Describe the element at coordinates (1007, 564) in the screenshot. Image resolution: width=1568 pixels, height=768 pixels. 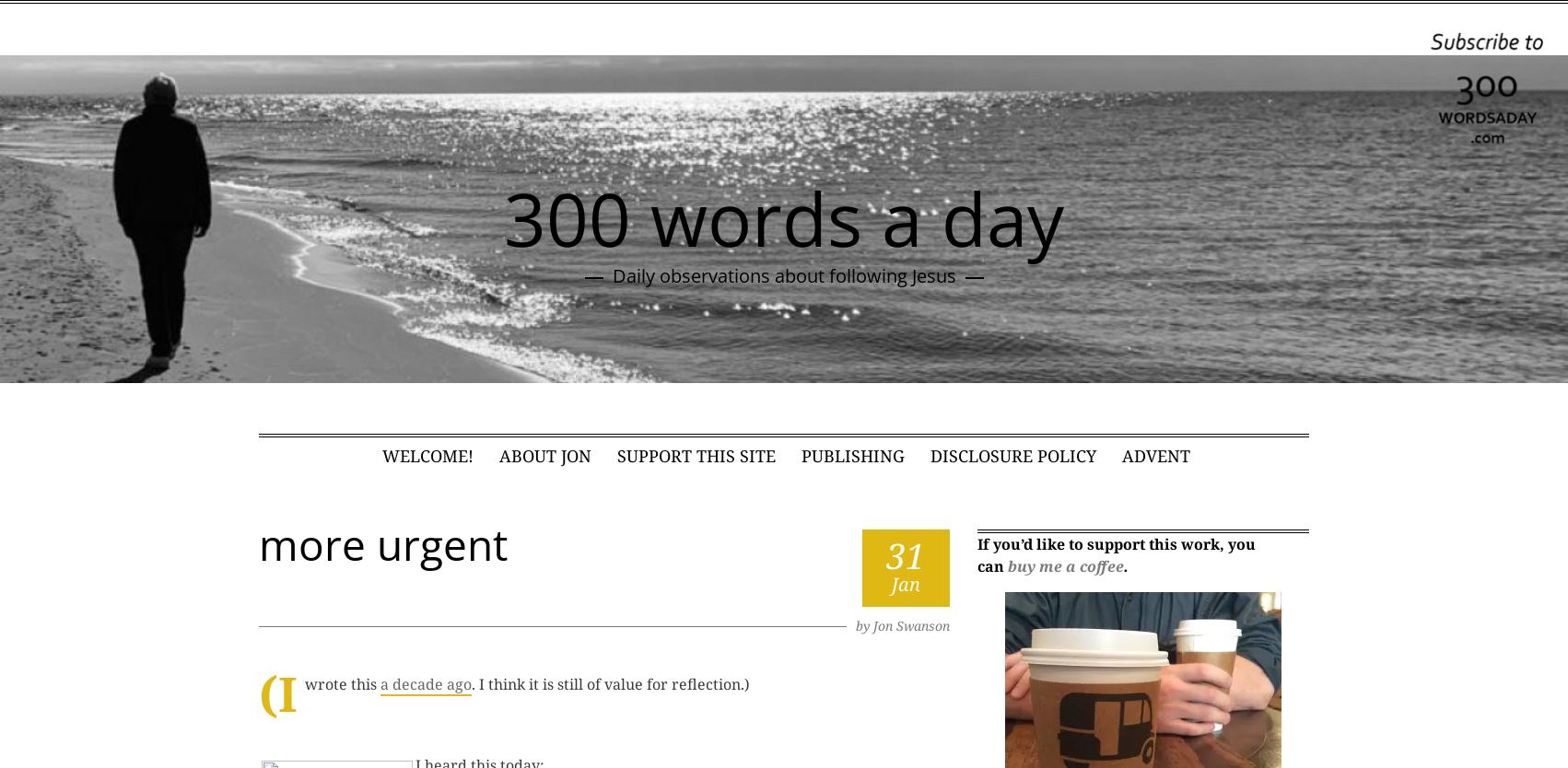
I see `'buy me a coffee'` at that location.